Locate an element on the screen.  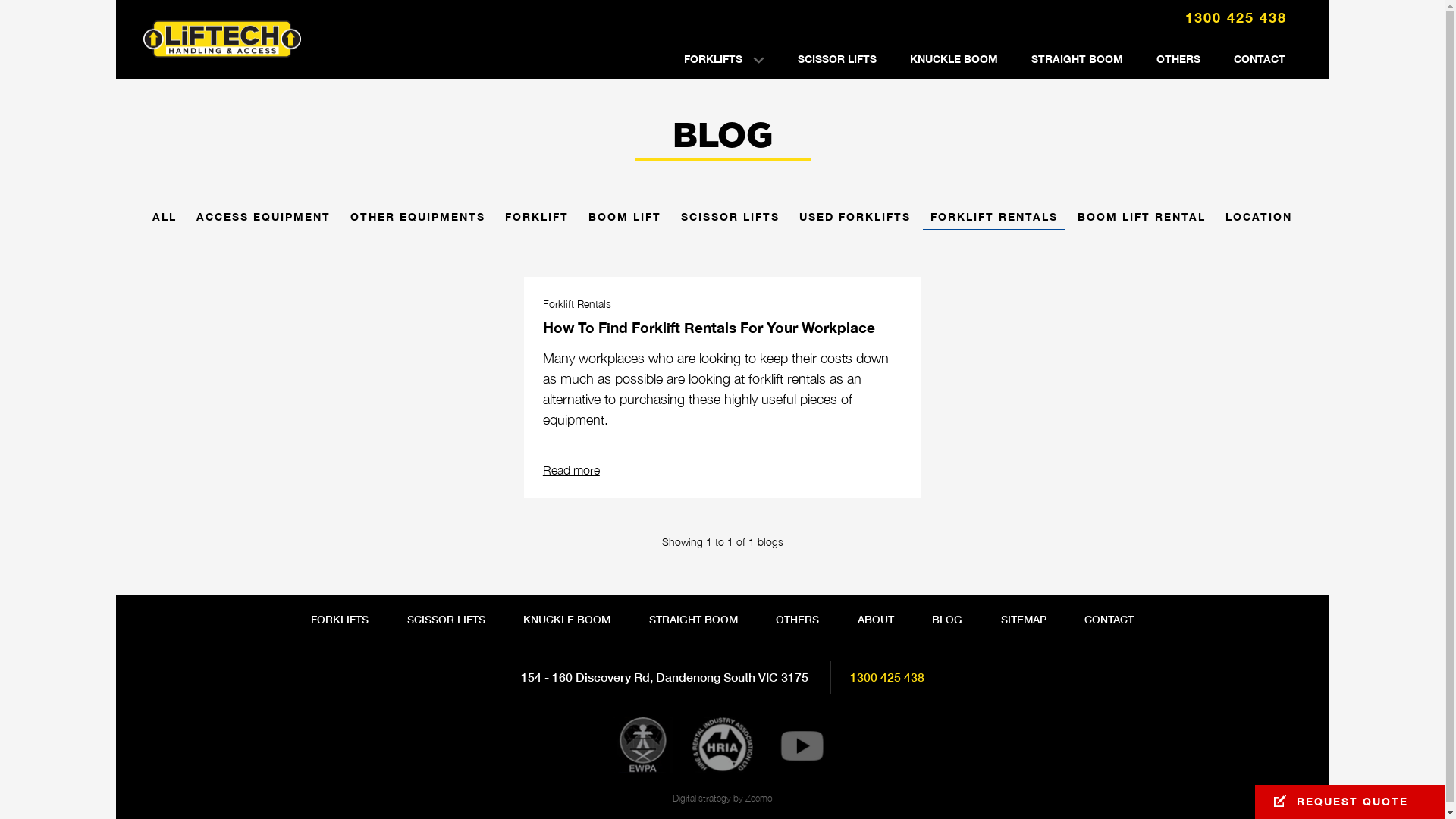
'FORKLIFT' is located at coordinates (537, 219).